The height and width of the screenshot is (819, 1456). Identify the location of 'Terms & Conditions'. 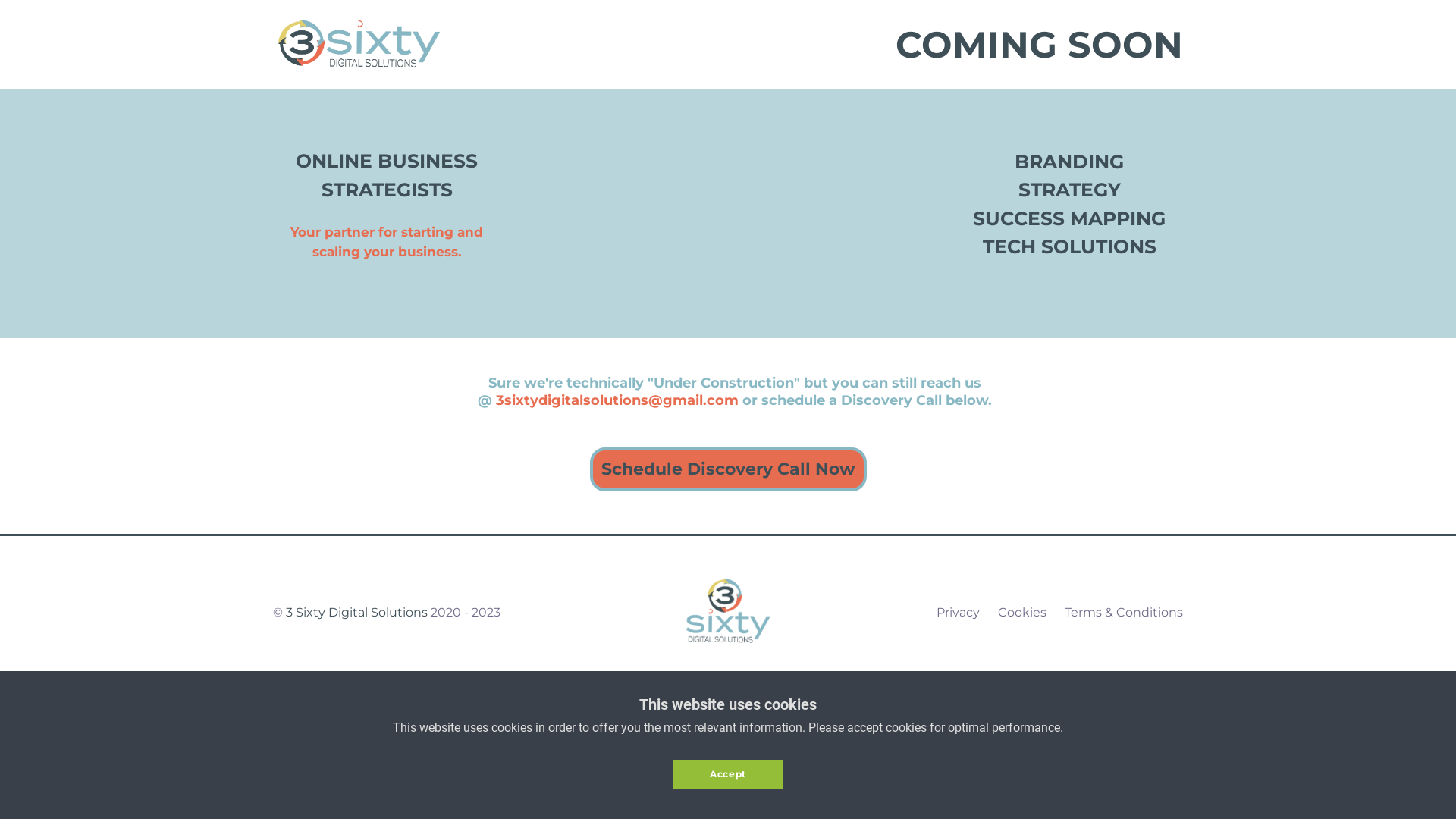
(1063, 611).